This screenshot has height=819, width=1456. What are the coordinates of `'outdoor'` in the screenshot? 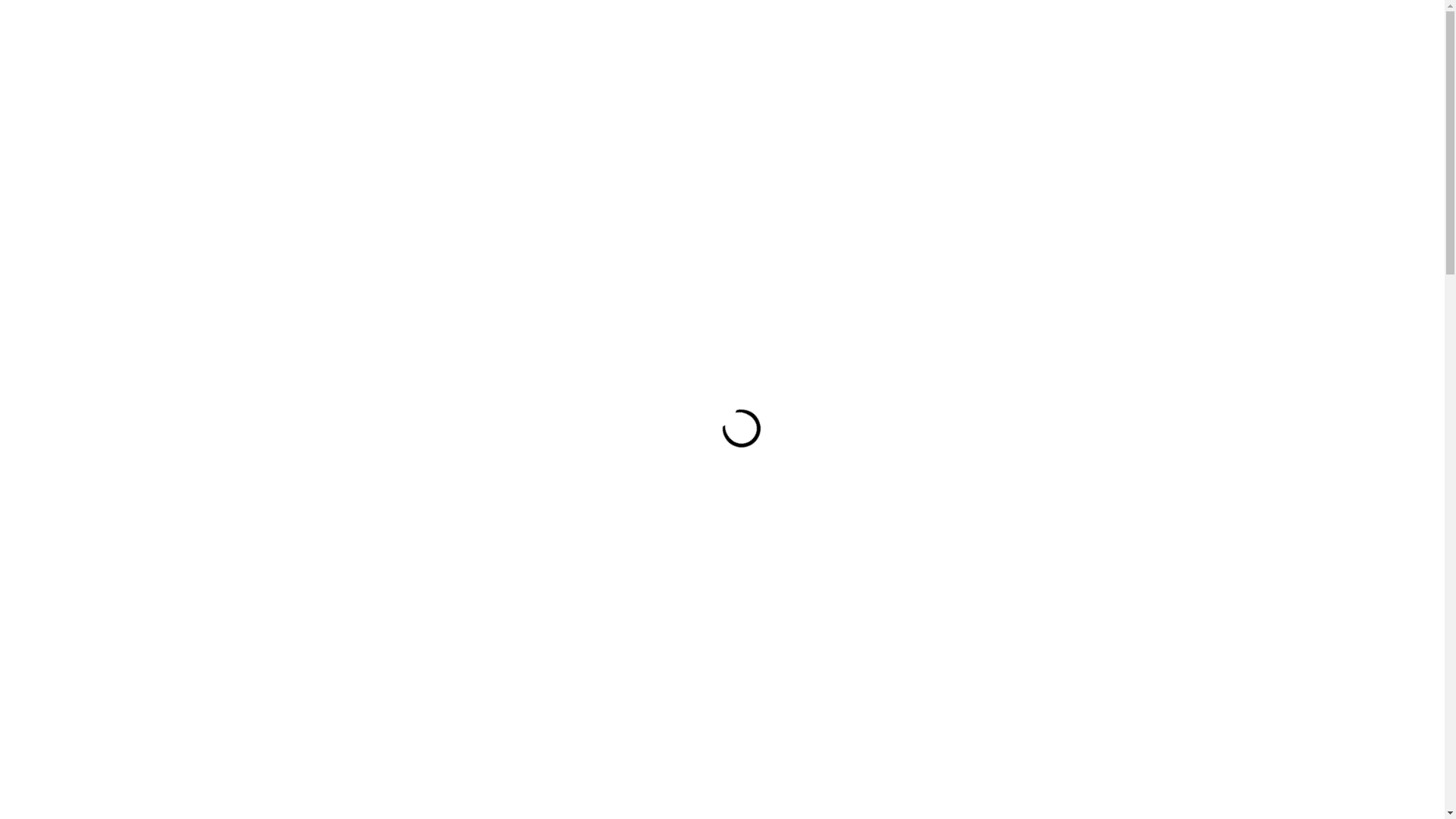 It's located at (350, 356).